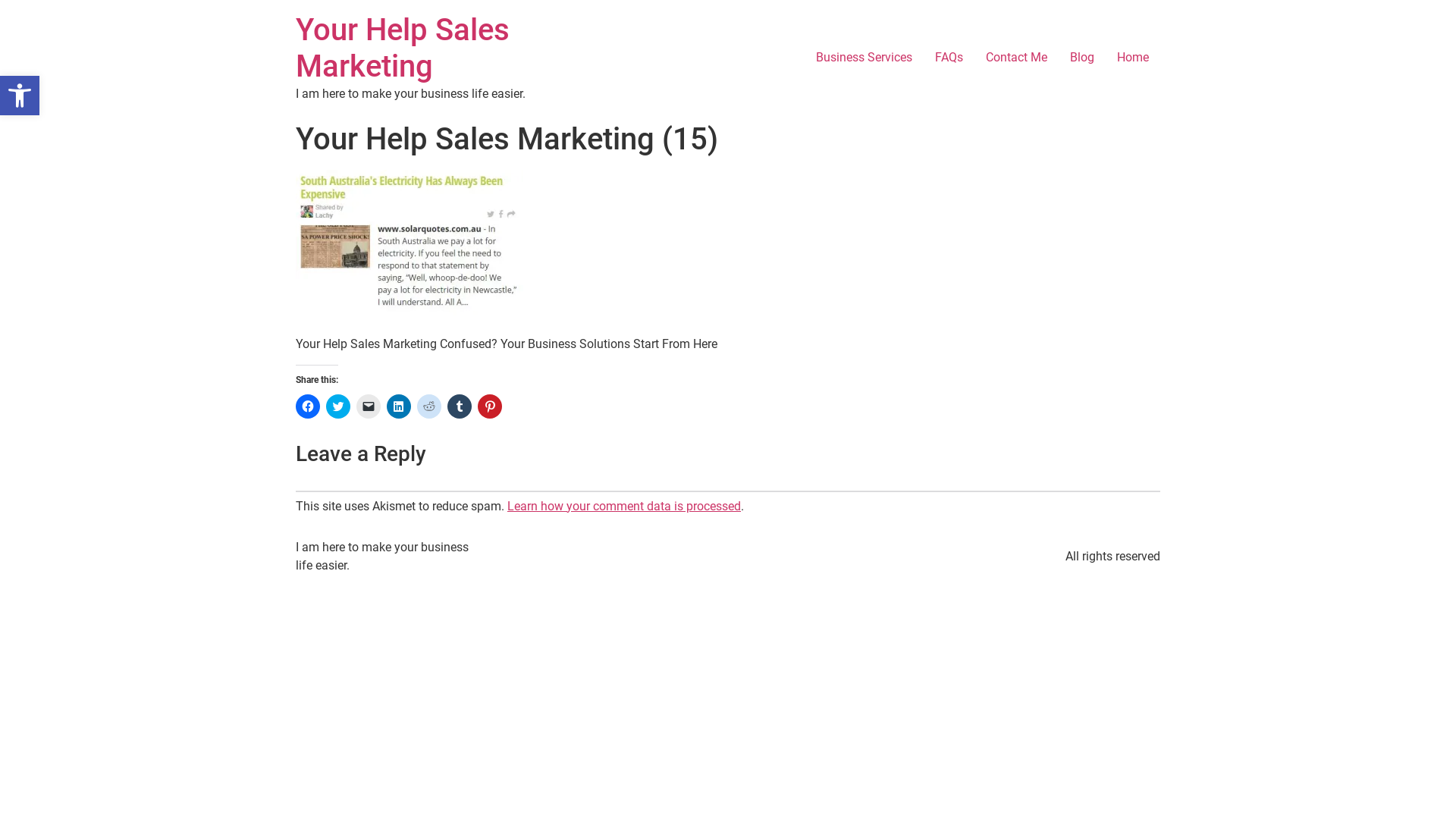 Image resolution: width=1456 pixels, height=819 pixels. I want to click on 'Open toolbar, so click(19, 96).